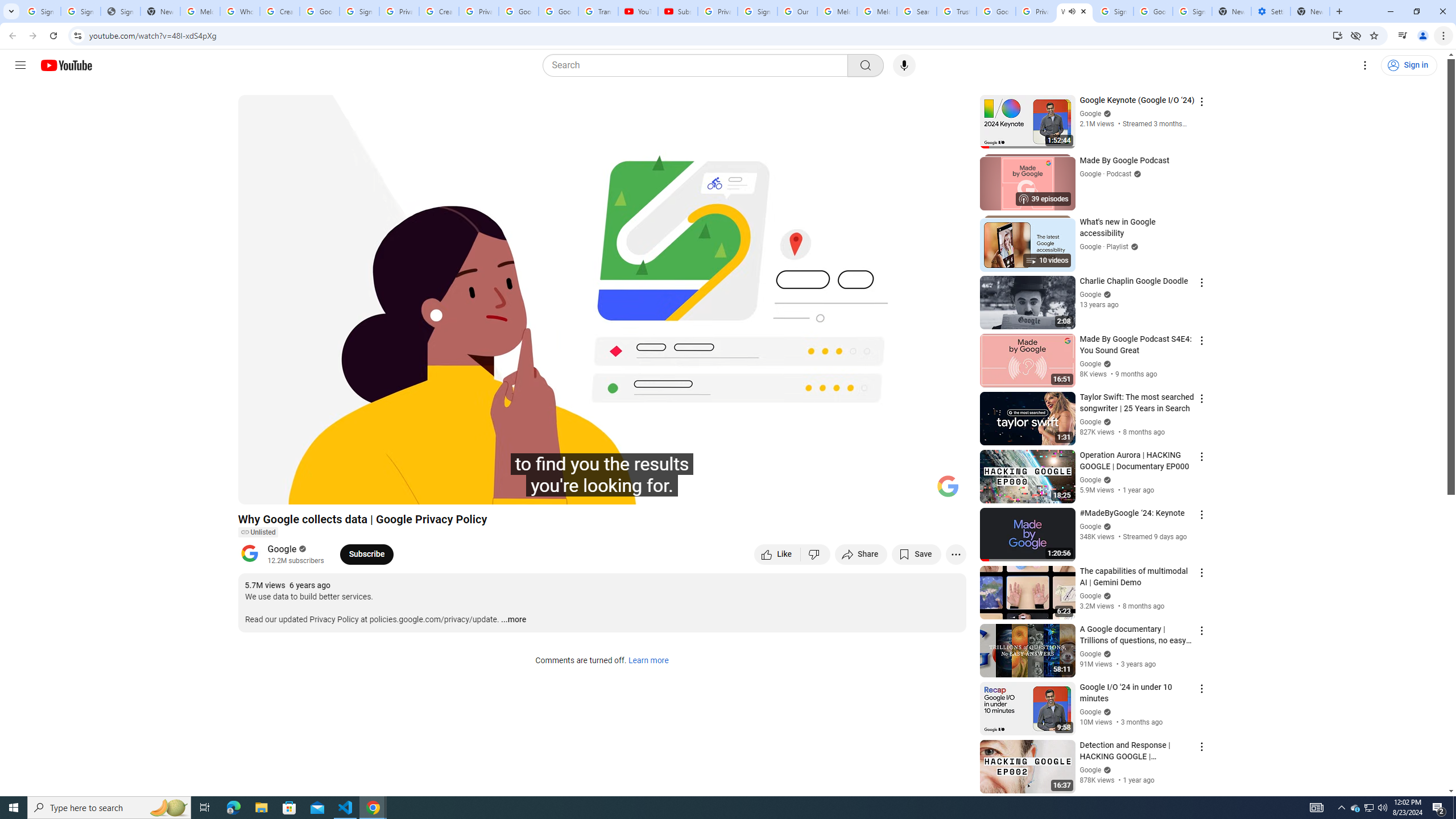 Image resolution: width=1456 pixels, height=819 pixels. What do you see at coordinates (638, 11) in the screenshot?
I see `'YouTube'` at bounding box center [638, 11].